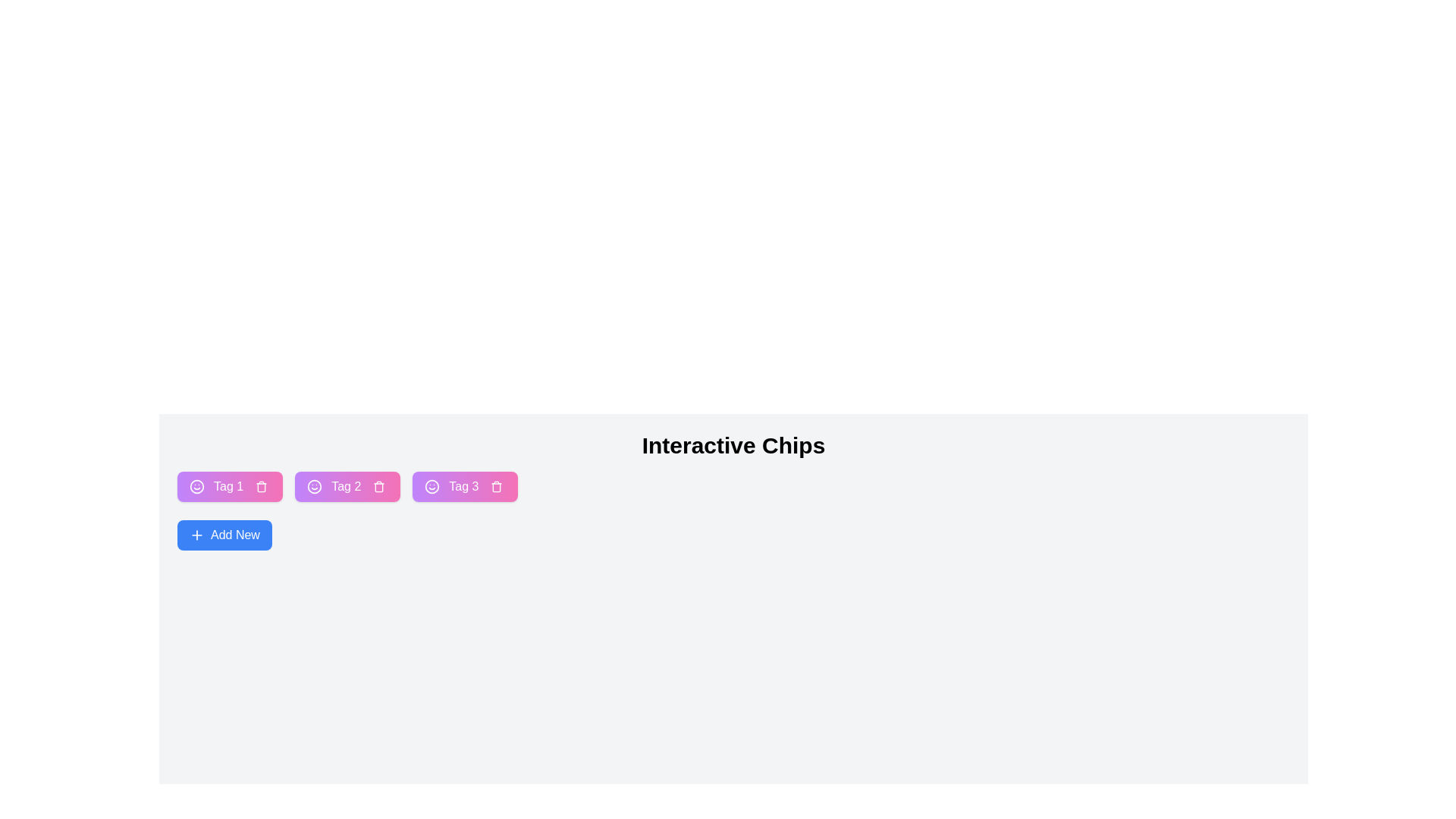  I want to click on the label of the chip named Tag 1 to select its text, so click(227, 486).